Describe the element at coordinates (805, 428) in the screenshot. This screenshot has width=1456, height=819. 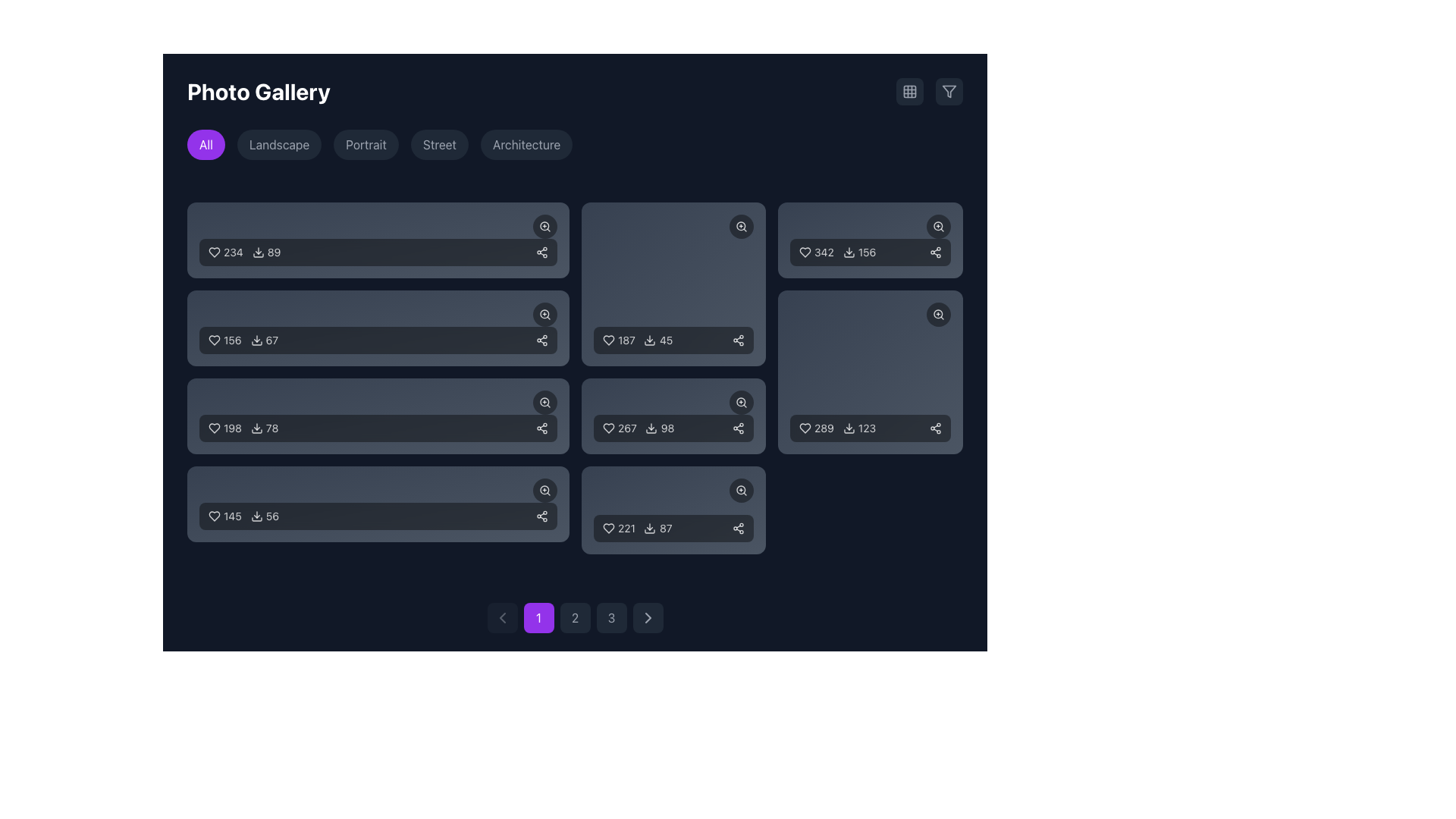
I see `the heart icon representing the 'like' button, which is filled in red and located in the bottom row, second card from the right in the grid layout` at that location.